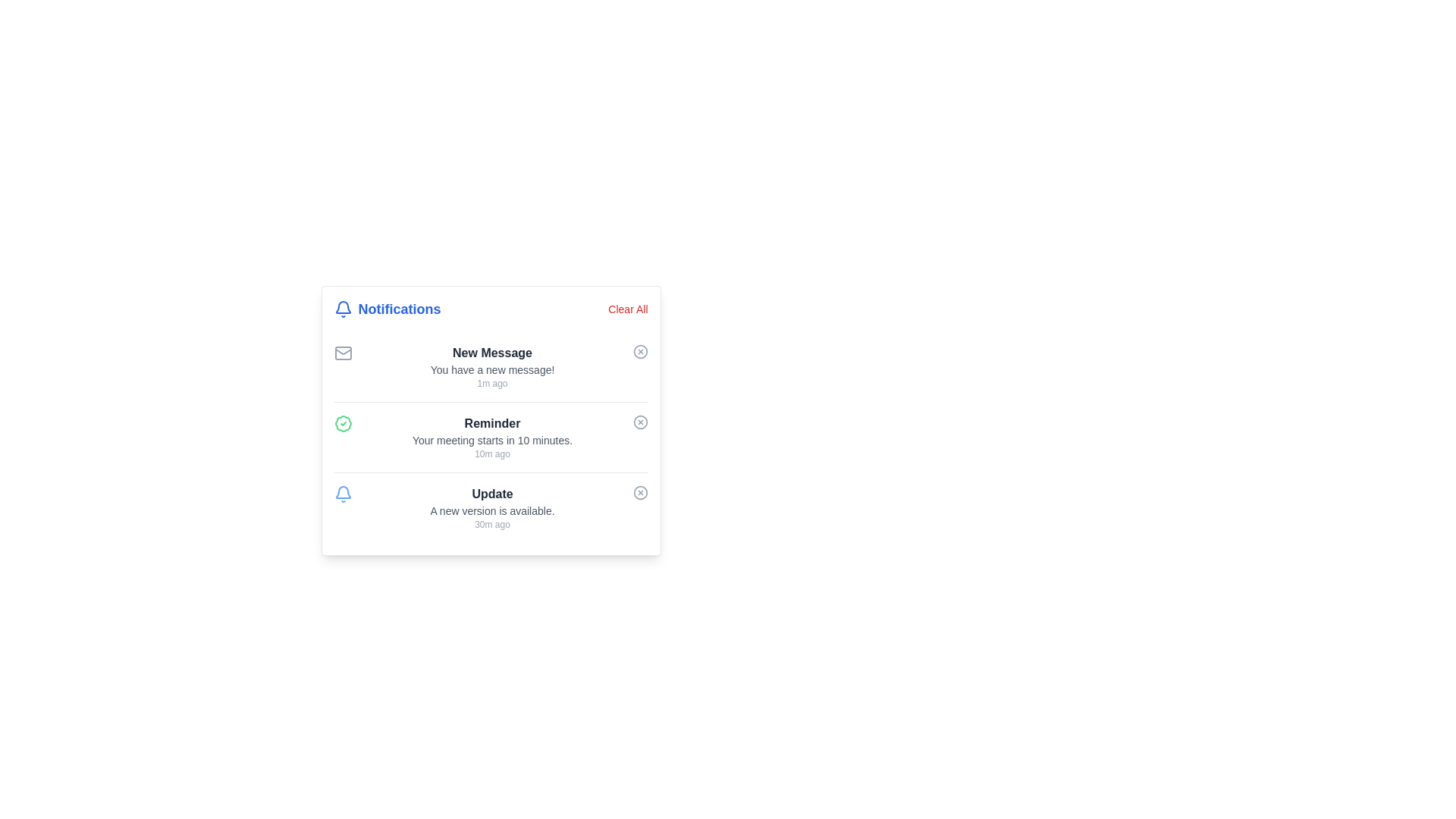  I want to click on the Notification Card that informs users about an upcoming meeting, located in the middle of a notification list, to interact with it, so click(491, 437).